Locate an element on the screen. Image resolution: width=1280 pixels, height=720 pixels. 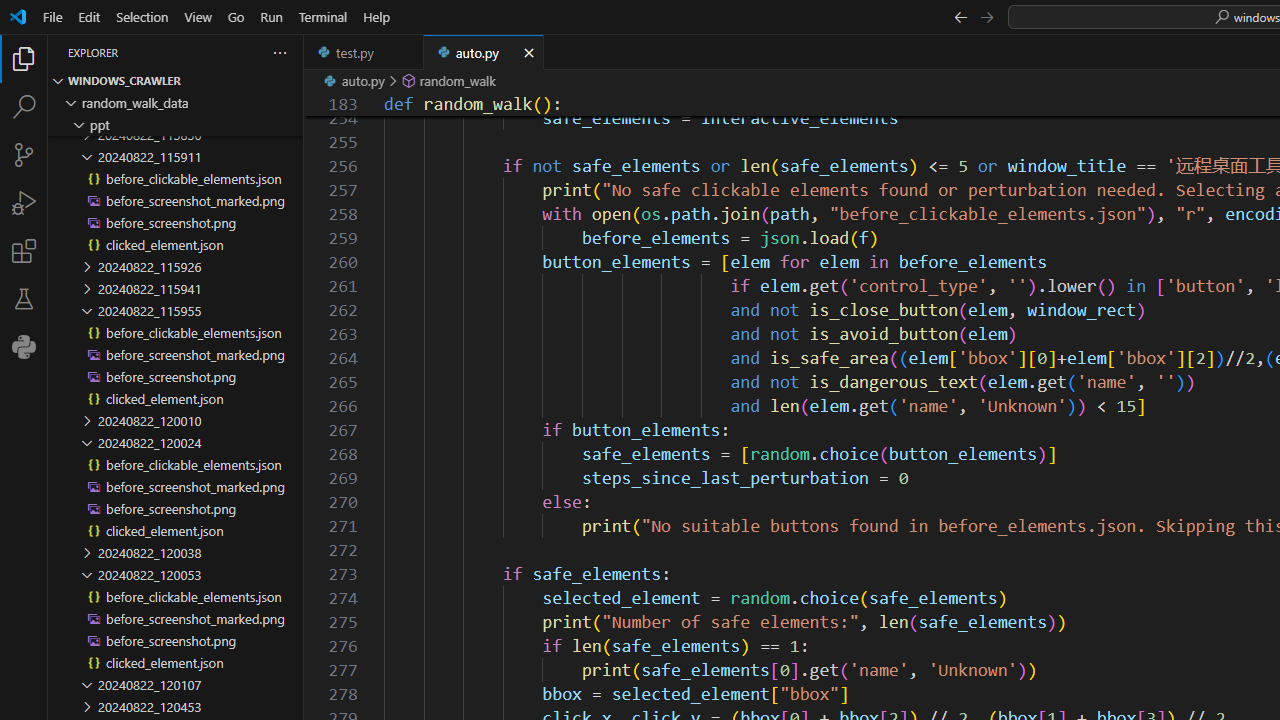
'Run and Debug (Ctrl+Shift+D)' is located at coordinates (24, 203).